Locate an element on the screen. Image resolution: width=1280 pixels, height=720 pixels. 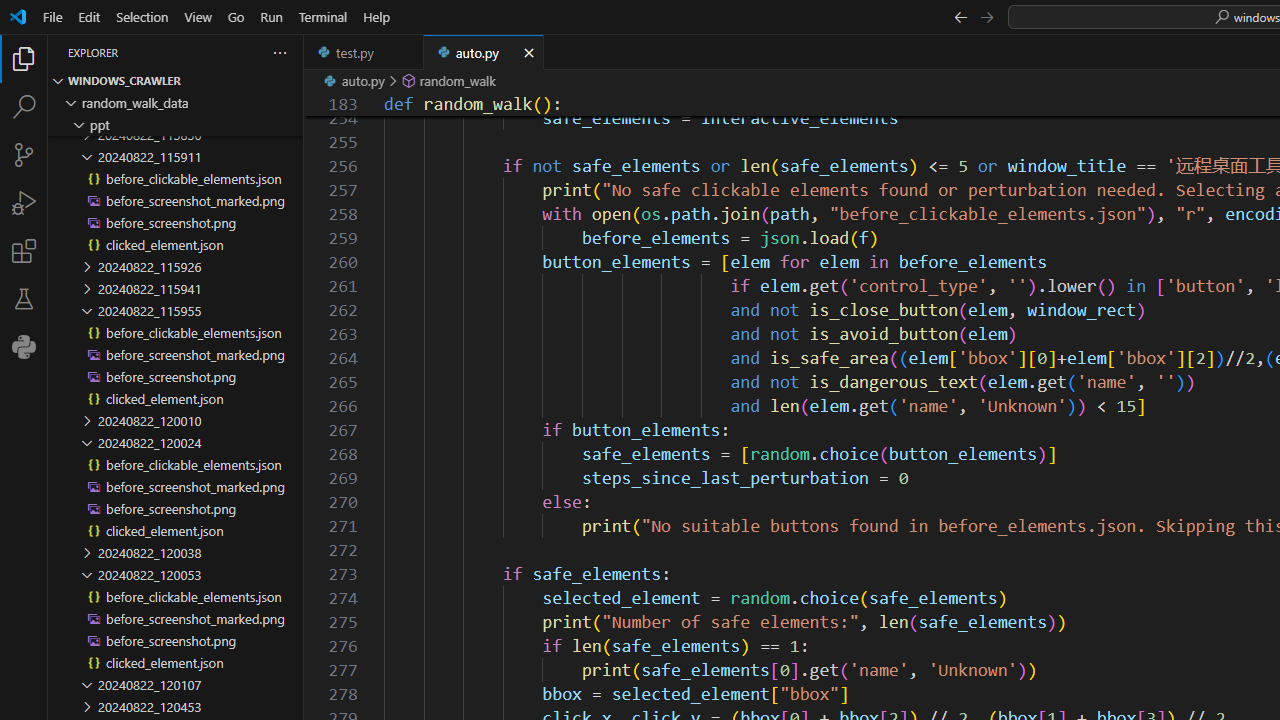
'Run and Debug (Ctrl+Shift+D)' is located at coordinates (24, 203).